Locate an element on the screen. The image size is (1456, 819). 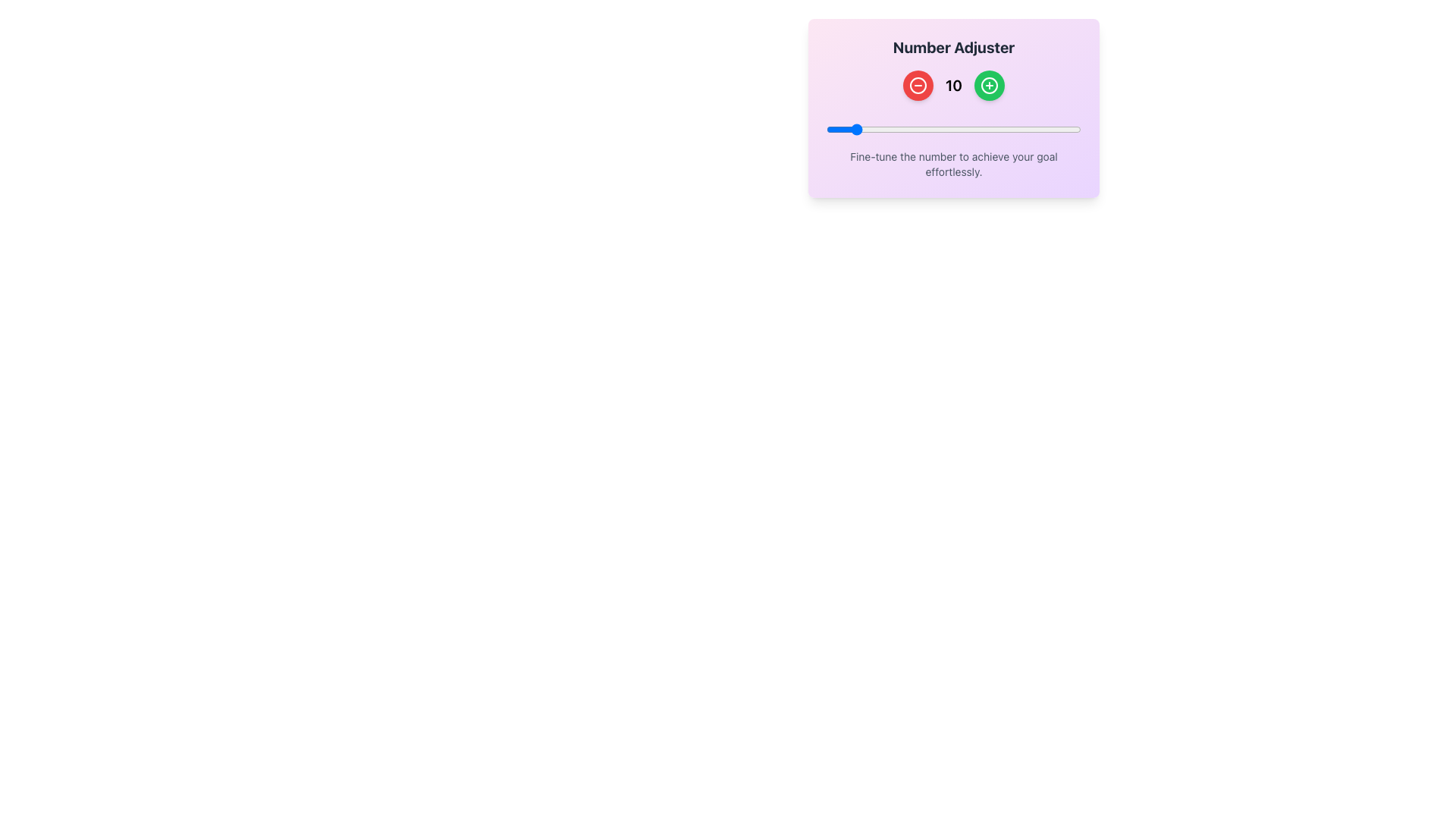
the slider is located at coordinates (836, 128).